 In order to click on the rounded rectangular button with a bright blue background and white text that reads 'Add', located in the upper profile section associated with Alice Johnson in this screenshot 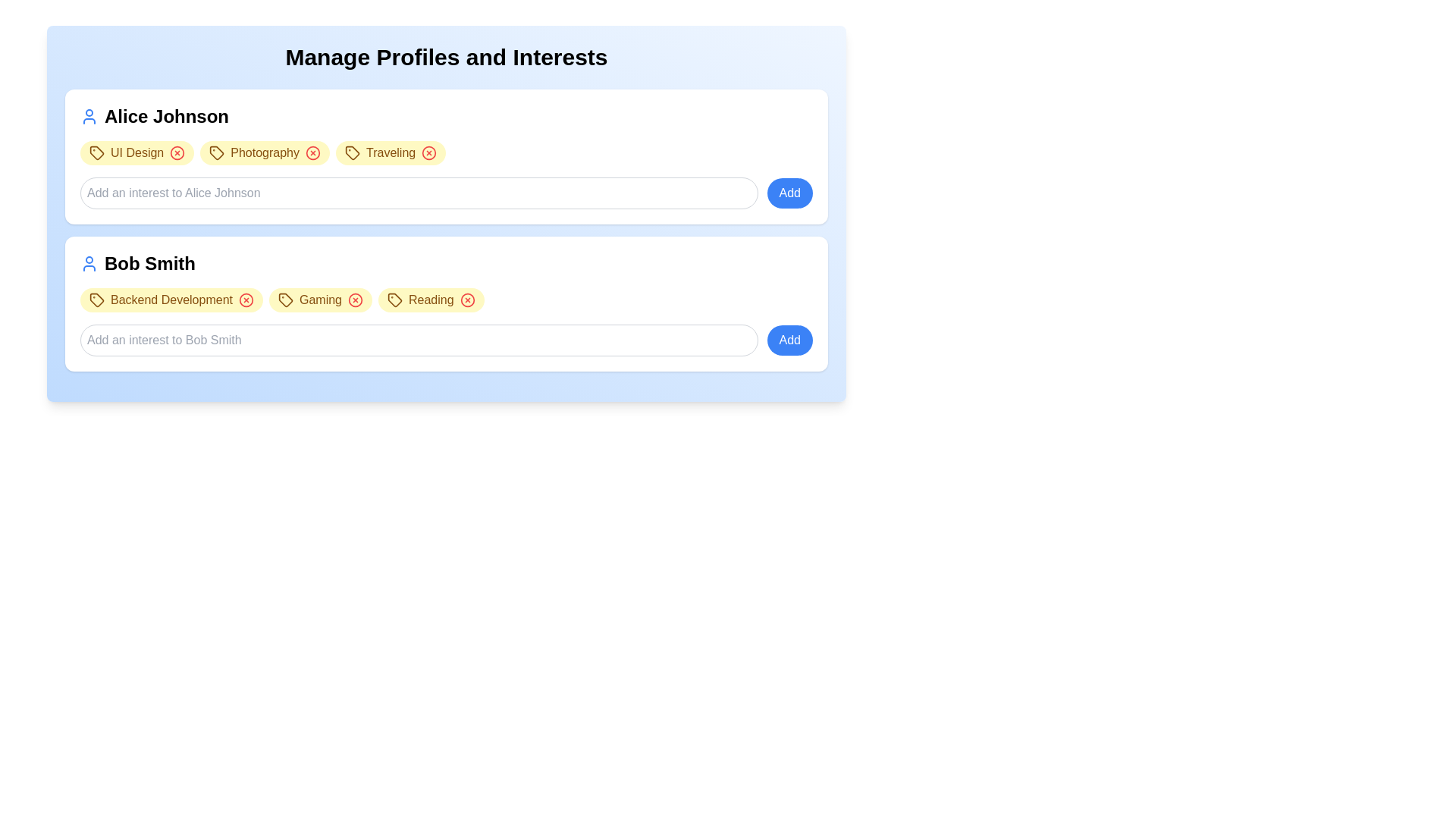, I will do `click(789, 192)`.